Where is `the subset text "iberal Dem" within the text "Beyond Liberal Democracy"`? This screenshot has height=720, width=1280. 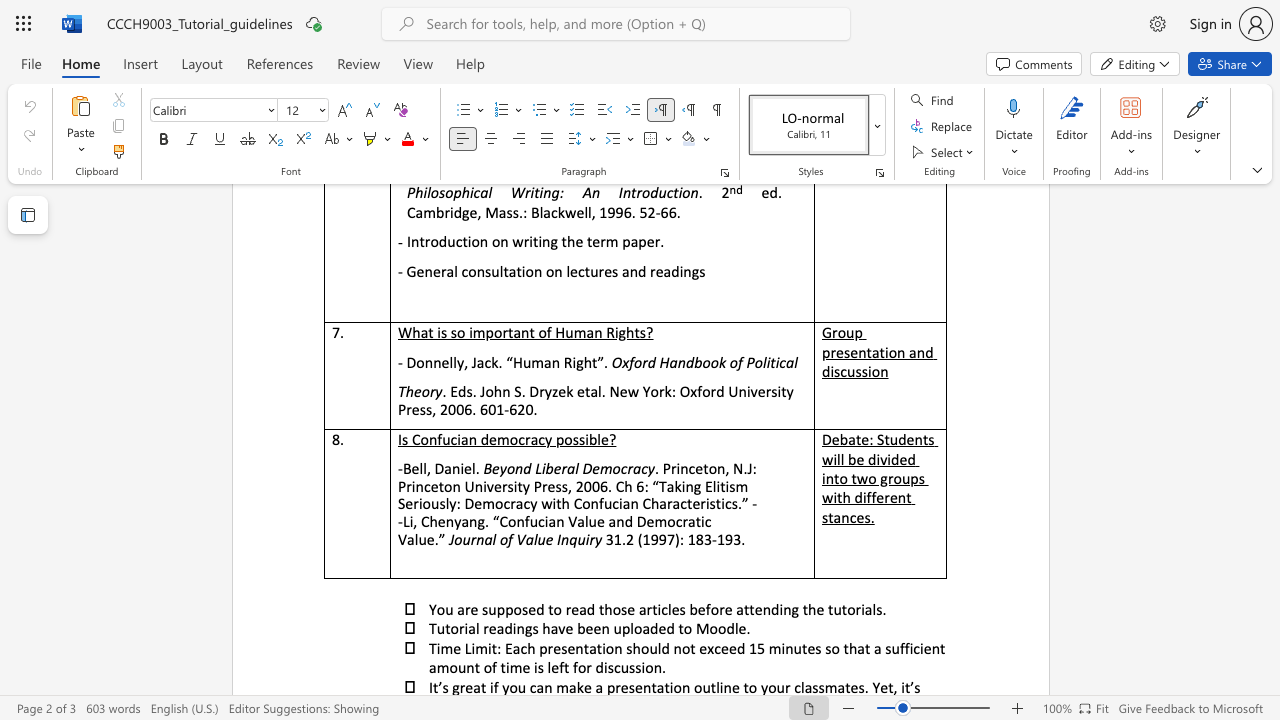
the subset text "iberal Dem" within the text "Beyond Liberal Democracy" is located at coordinates (541, 468).